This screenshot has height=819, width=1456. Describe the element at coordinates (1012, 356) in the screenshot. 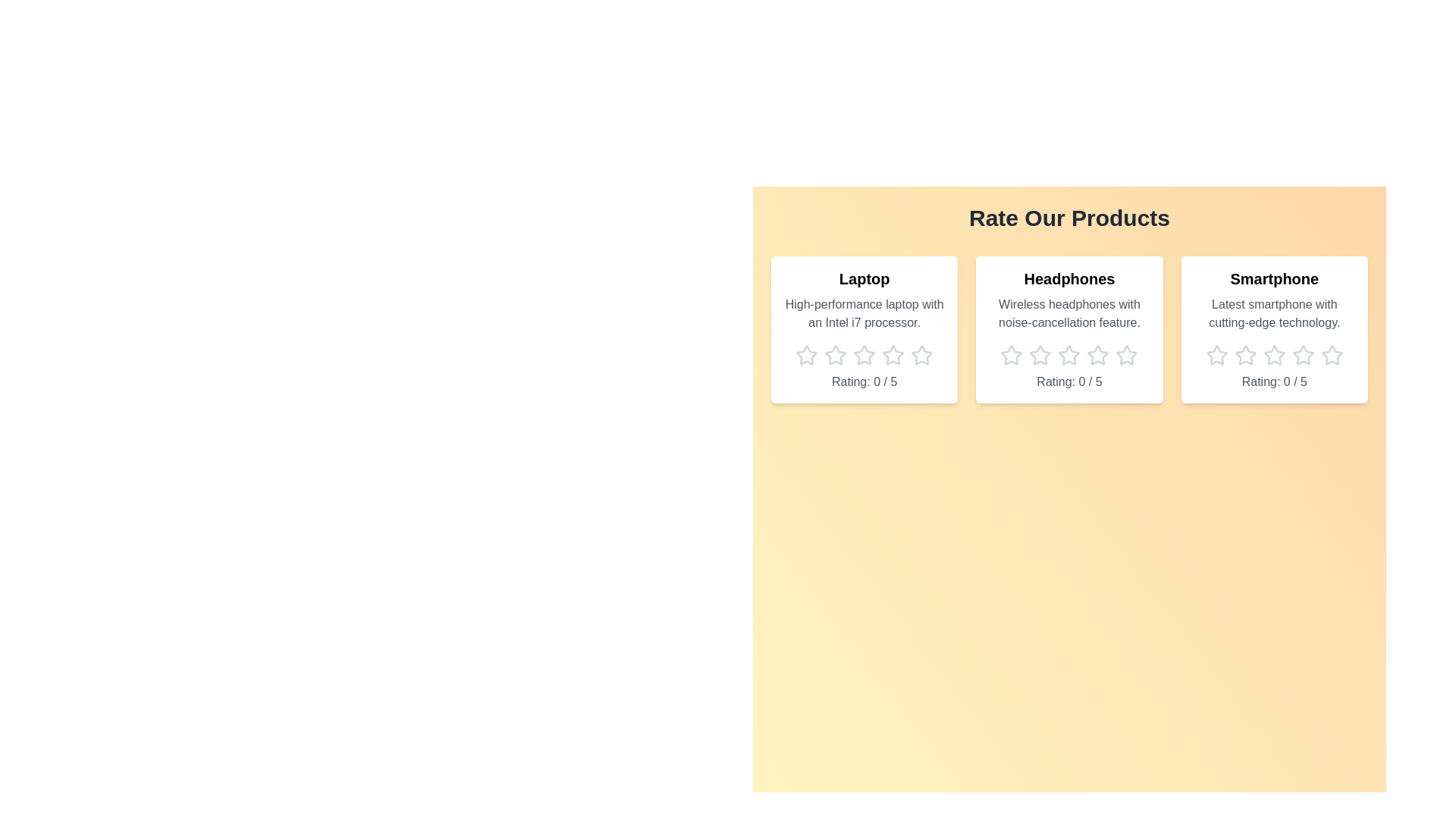

I see `the star icon corresponding to 1 stars for the product Headphones` at that location.